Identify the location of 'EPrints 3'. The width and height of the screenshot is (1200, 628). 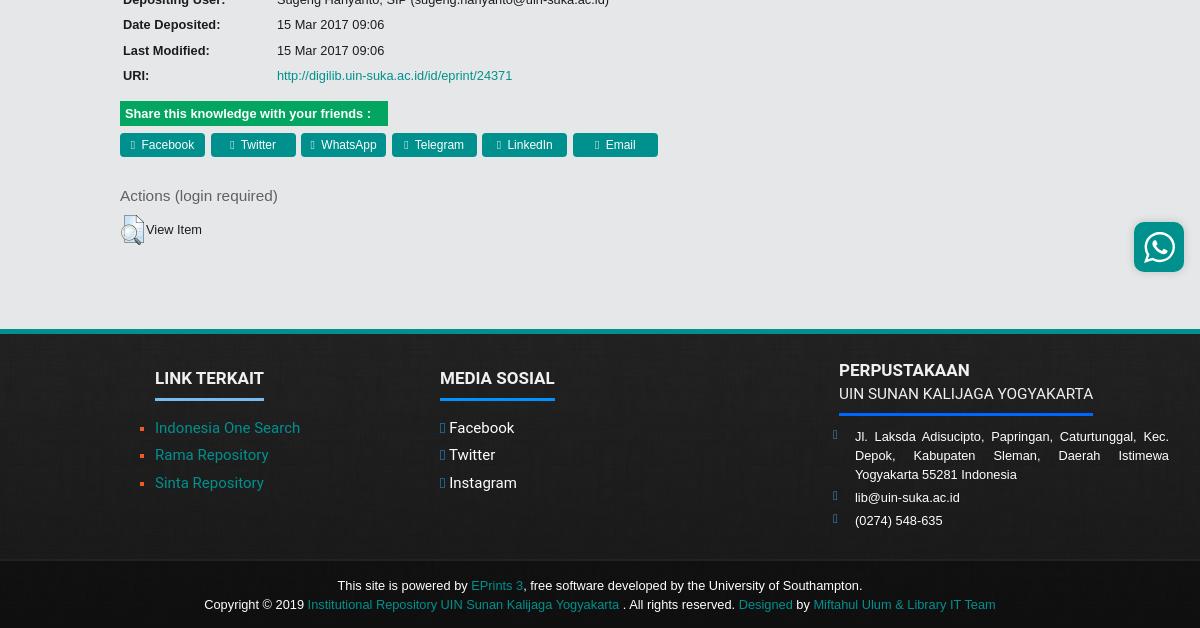
(496, 583).